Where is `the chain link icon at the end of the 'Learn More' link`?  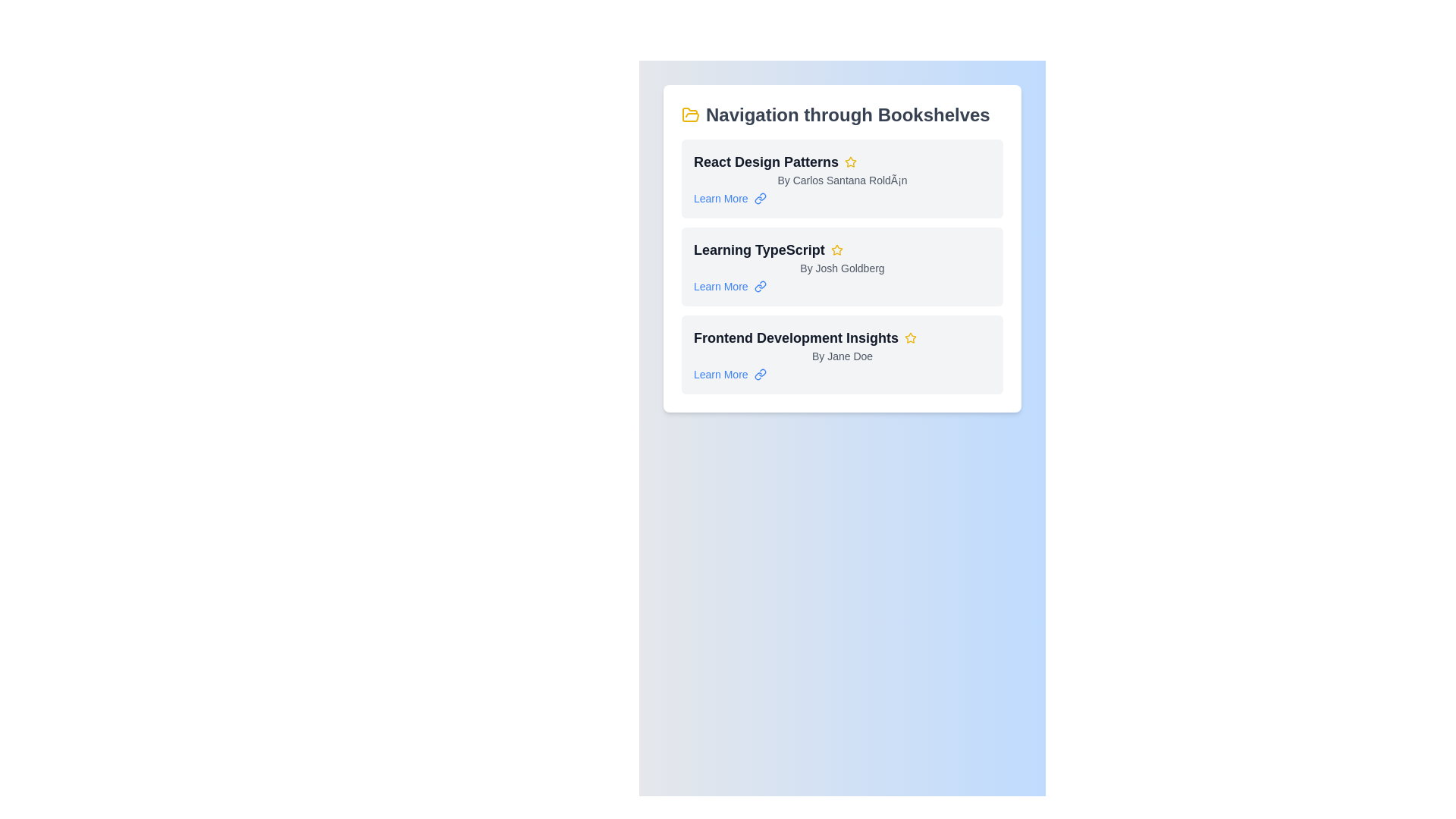
the chain link icon at the end of the 'Learn More' link is located at coordinates (760, 287).